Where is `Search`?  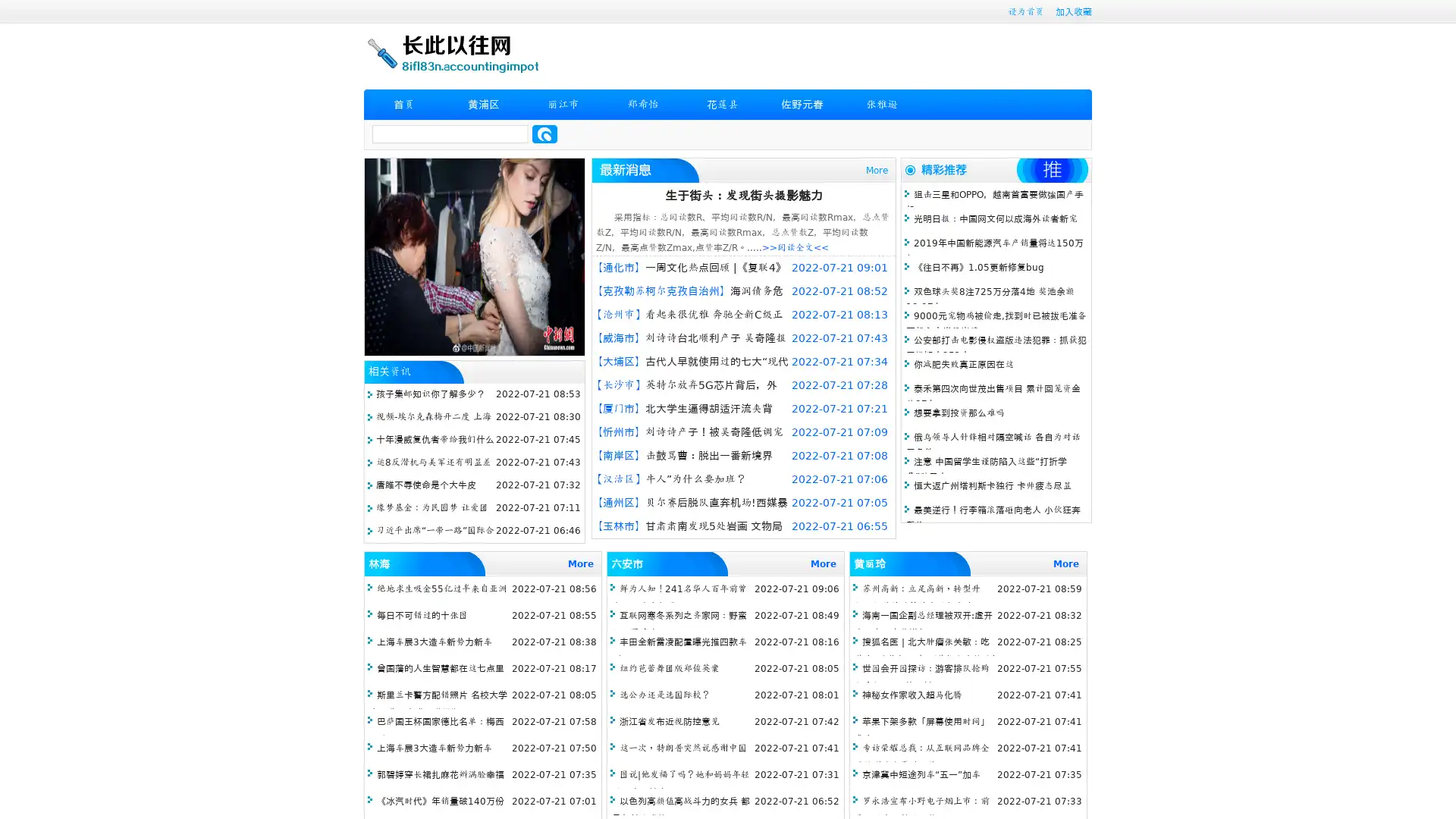
Search is located at coordinates (544, 133).